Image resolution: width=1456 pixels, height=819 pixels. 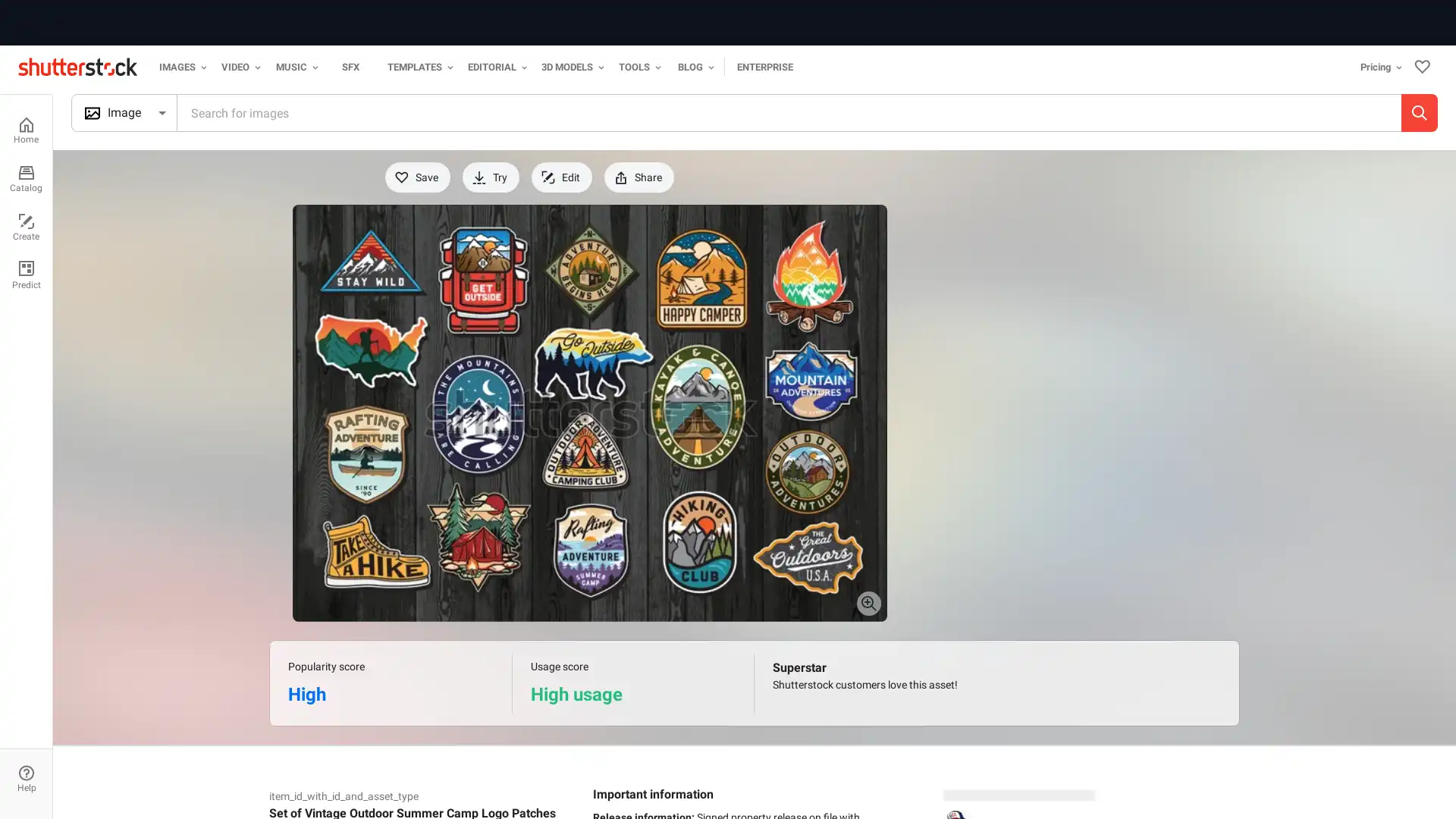 What do you see at coordinates (858, 23) in the screenshot?
I see `Start your free trial` at bounding box center [858, 23].